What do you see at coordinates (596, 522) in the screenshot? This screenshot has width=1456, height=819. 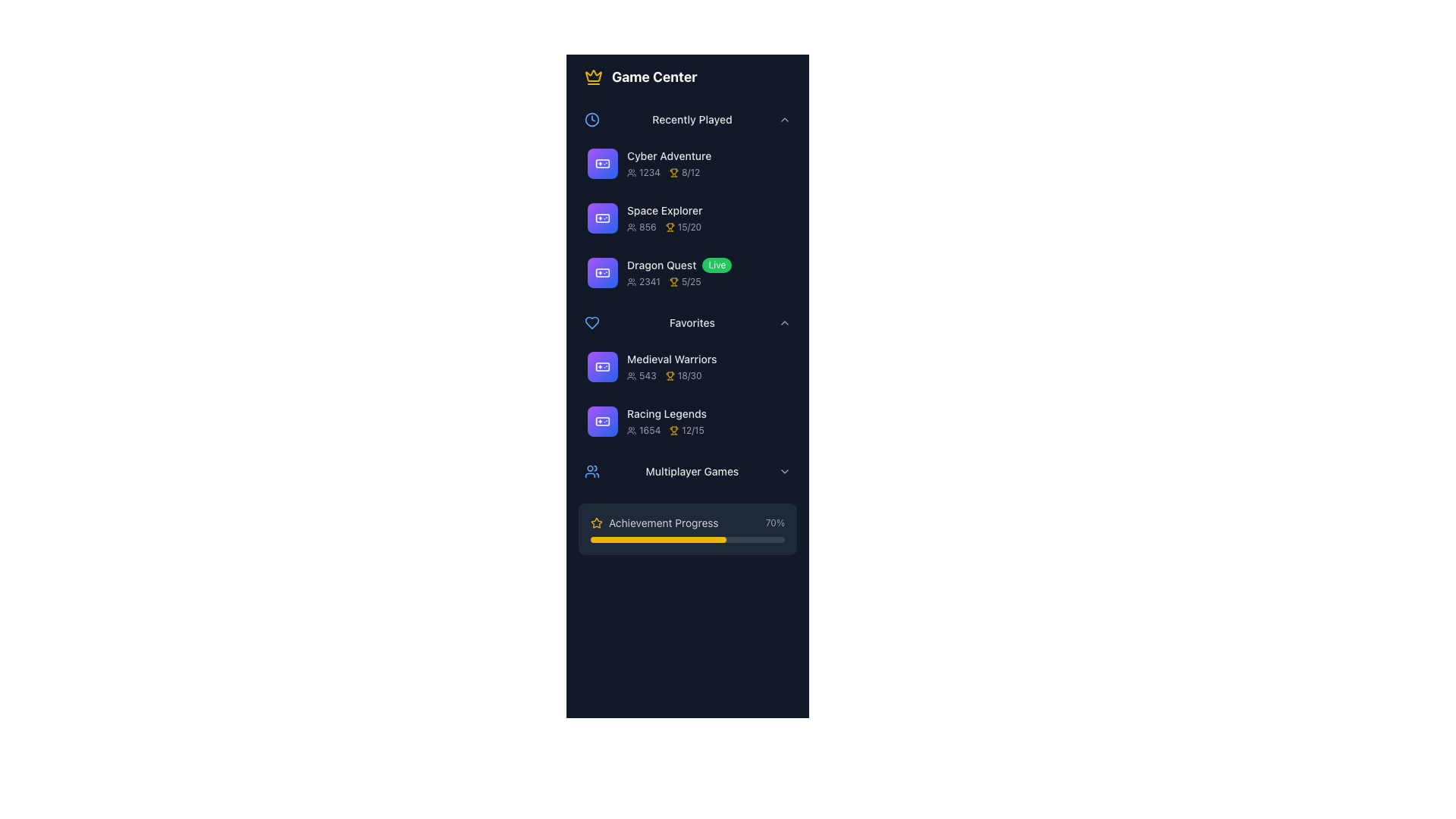 I see `the yellow star icon located to the left of the 'Achievement Progress' label in the 'Achievement Progress' section` at bounding box center [596, 522].